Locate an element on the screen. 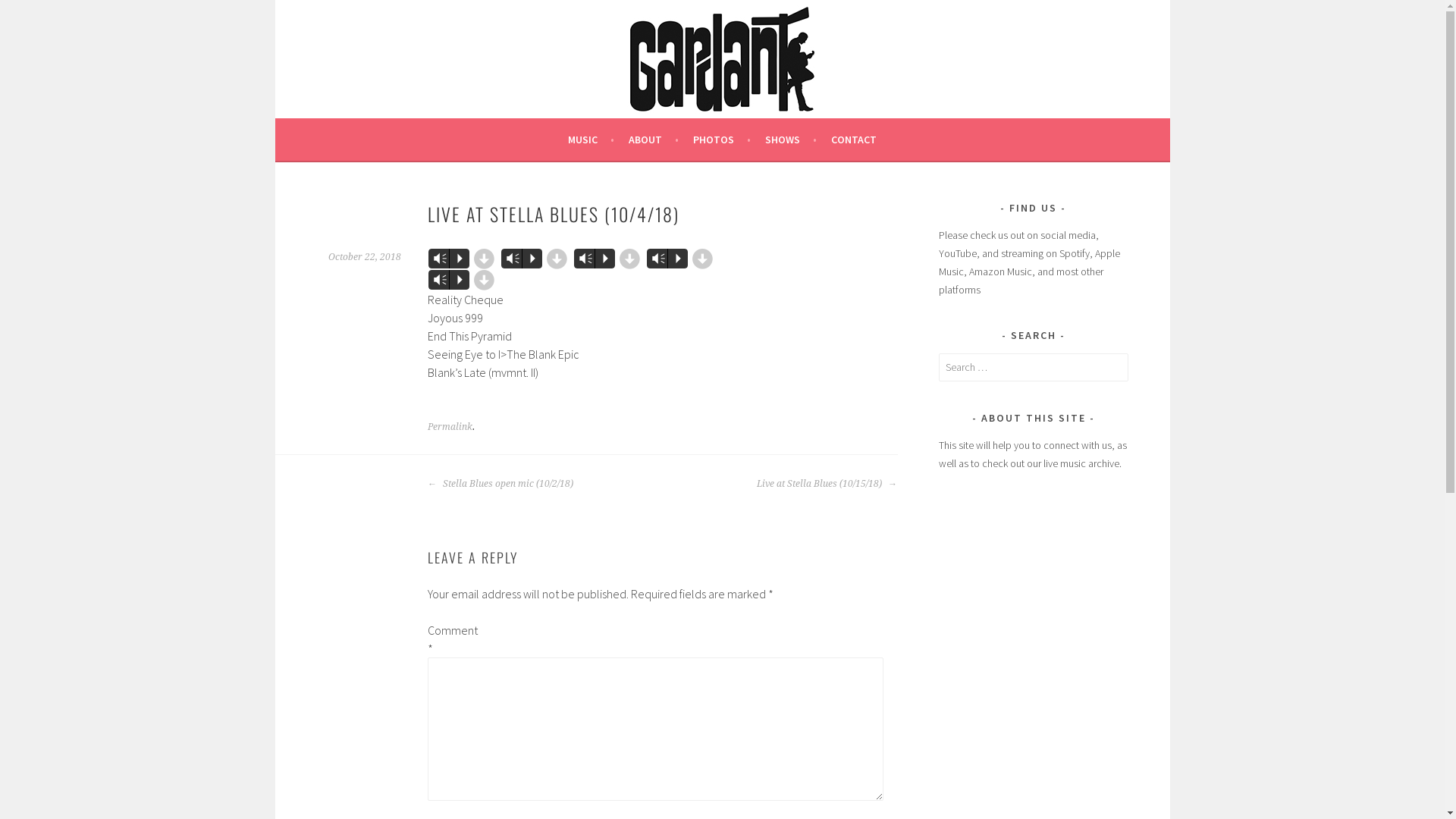 The height and width of the screenshot is (819, 1456). 'PHOTOS' is located at coordinates (720, 140).